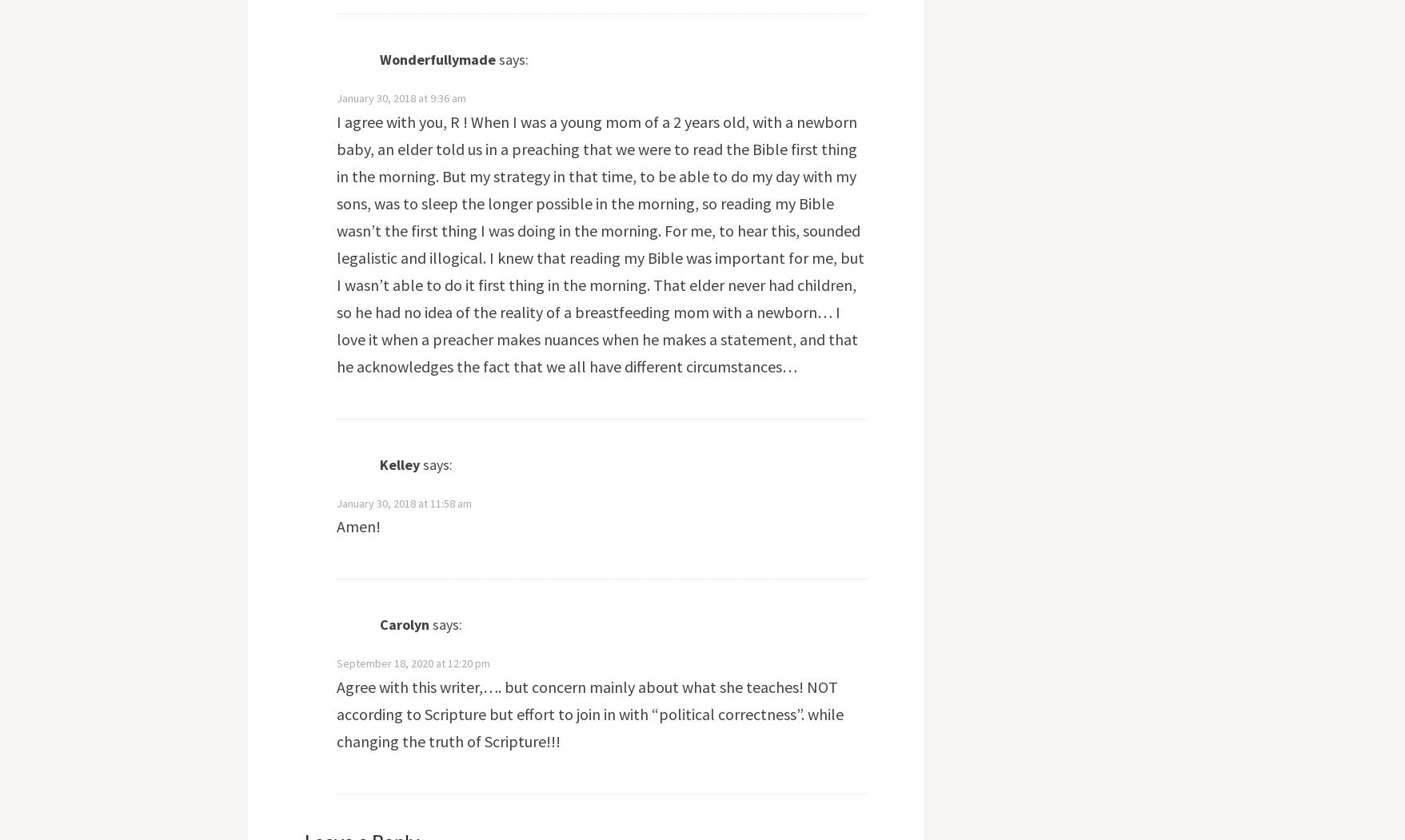 The width and height of the screenshot is (1405, 840). I want to click on 'I agree with you, R ! When I was a young mom of a 2 years old, with a newborn baby, an elder told us in a preaching that we were to read the Bible first thing in the morning. But my strategy in that time, to be able to do my day with my sons, was to sleep the longer possible in the morning, so reading my Bible wasn’t the first thing I was doing in the morning. For me, to hear this, sounded legalistic and illogical. I knew that reading my Bible was important for me, but I wasn’t able to do it first thing in the morning. That elder never had children, so he had no idea of the reality of a breastfeeding mom with a newborn… I love it when a preacher makes nuances when he makes a statement, and that he acknowledges the fact that we all have different circumstances…', so click(599, 242).